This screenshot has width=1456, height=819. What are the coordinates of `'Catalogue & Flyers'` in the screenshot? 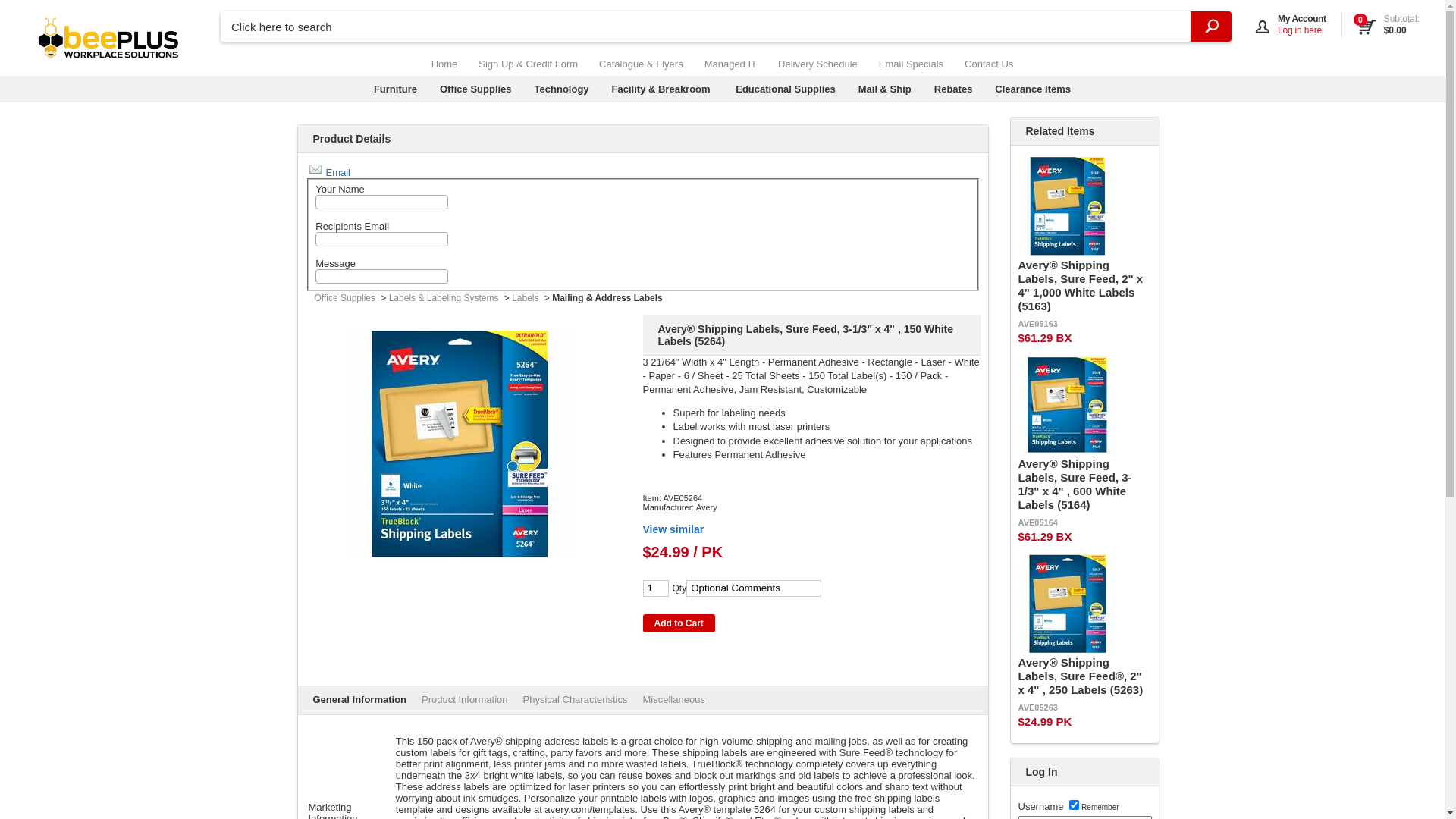 It's located at (641, 63).